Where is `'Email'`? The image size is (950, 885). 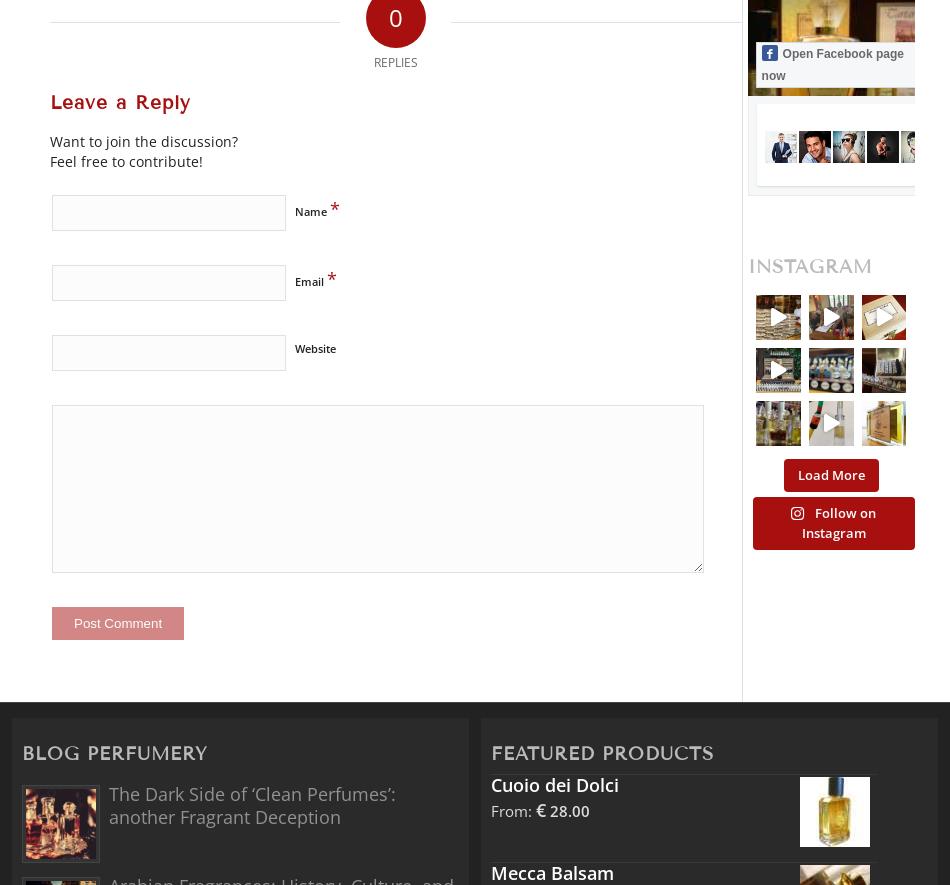 'Email' is located at coordinates (310, 280).